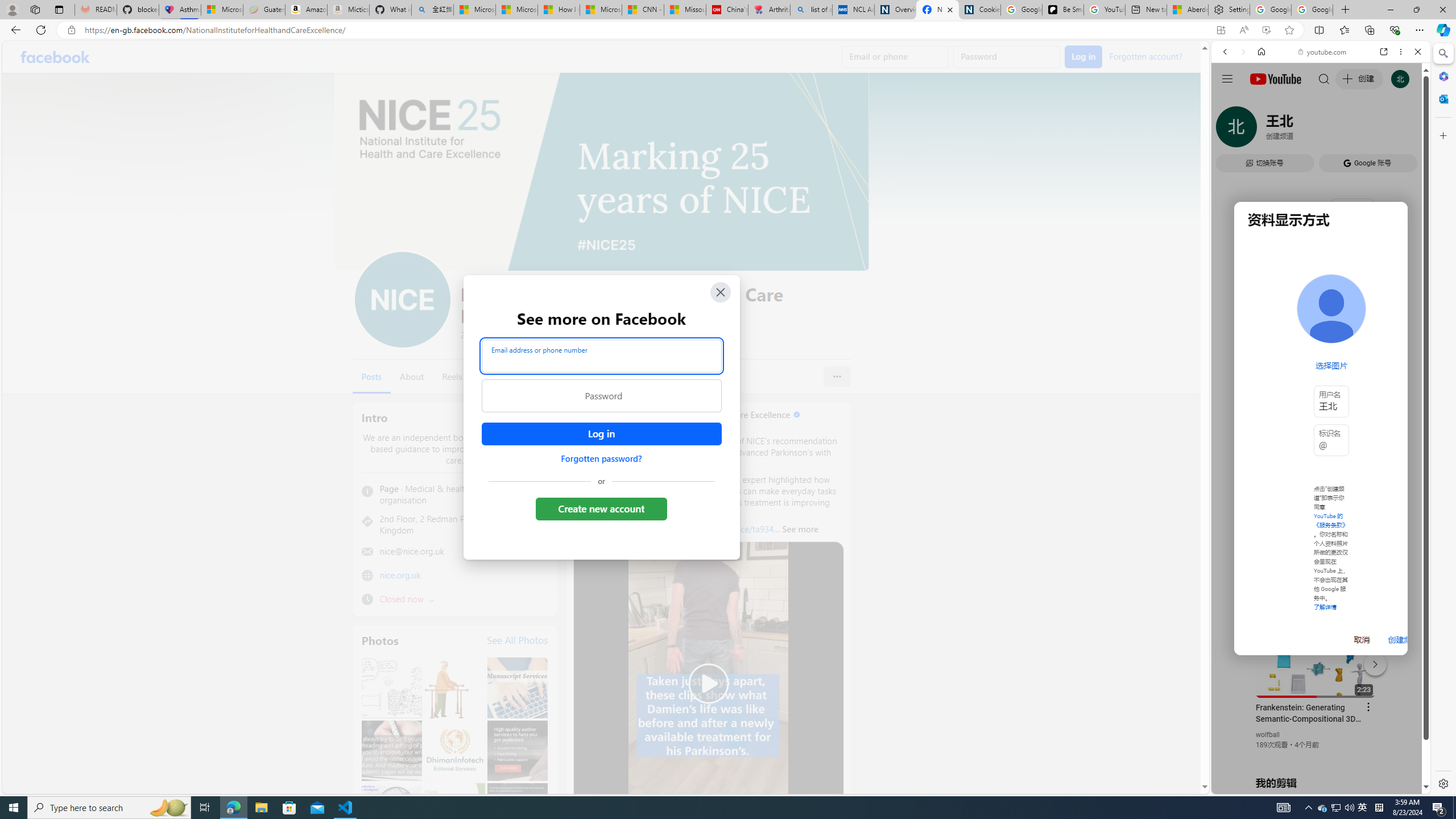 The image size is (1456, 819). What do you see at coordinates (979, 9) in the screenshot?
I see `'Cookies'` at bounding box center [979, 9].